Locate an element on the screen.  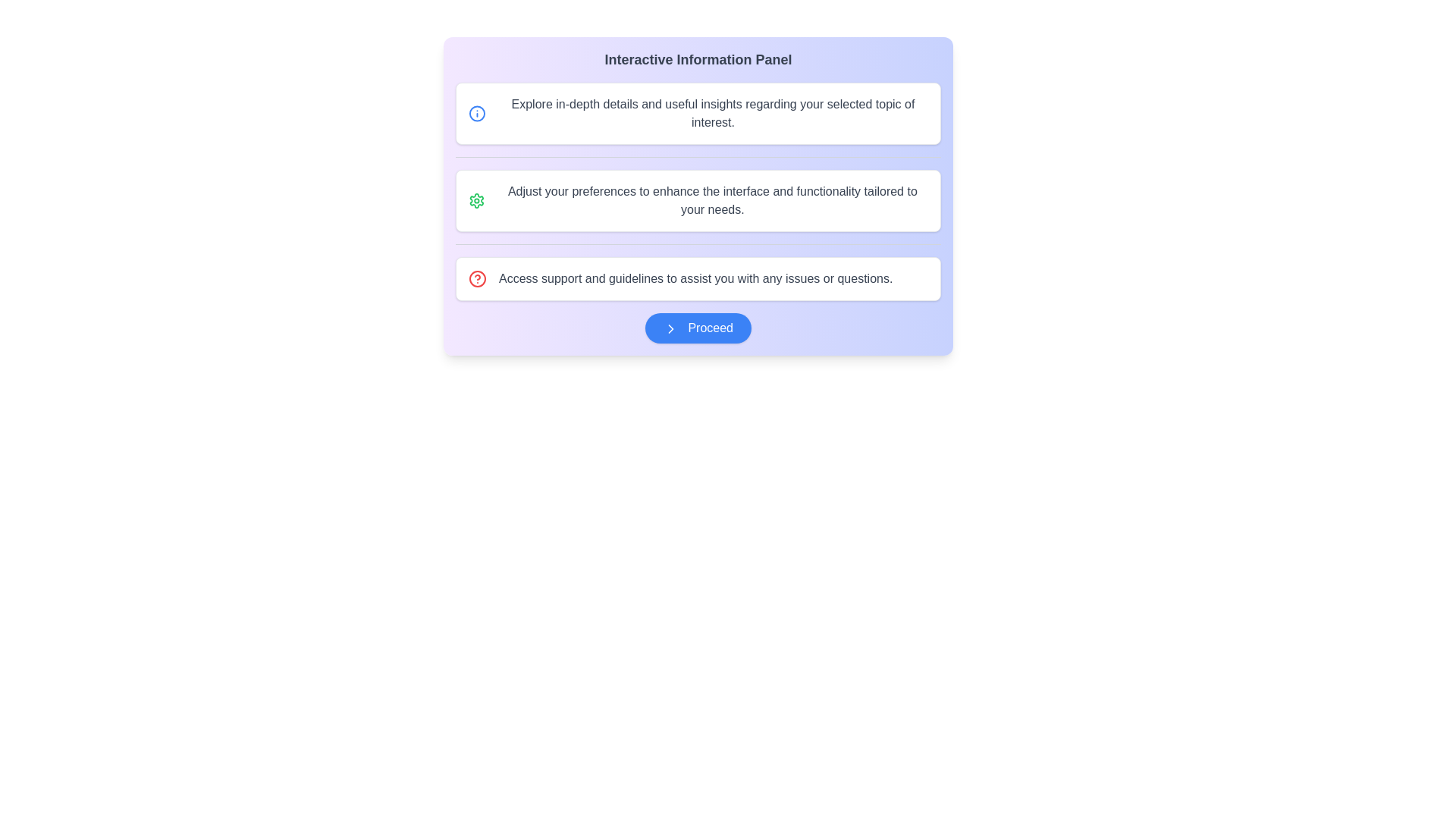
descriptive text in the informational box located below the 'Explore in-depth details and useful insights' box and above the 'Access support and guidelines to assist you' box is located at coordinates (698, 200).